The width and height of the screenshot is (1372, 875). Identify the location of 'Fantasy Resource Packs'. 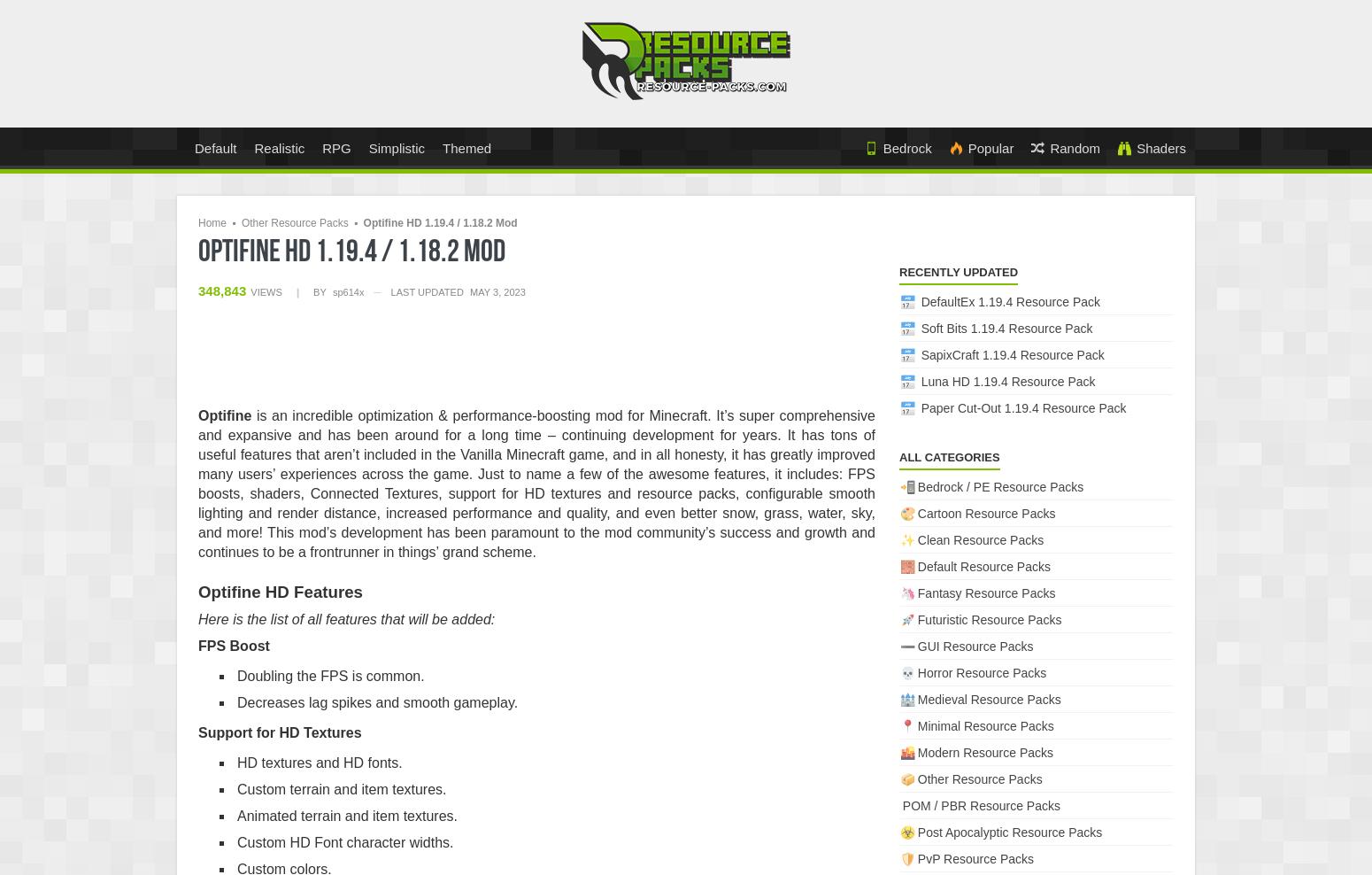
(984, 592).